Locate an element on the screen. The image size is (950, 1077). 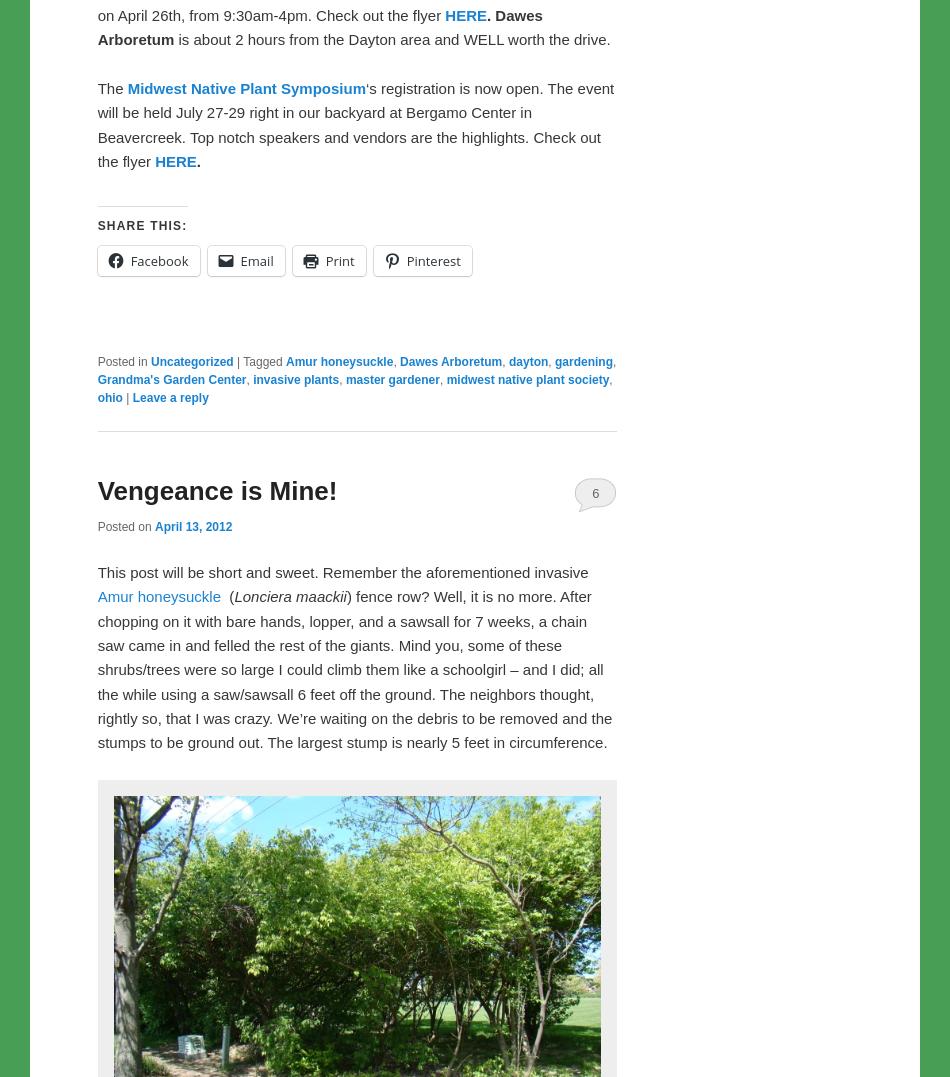
'Midwest Native Plant Symposium' is located at coordinates (127, 87).